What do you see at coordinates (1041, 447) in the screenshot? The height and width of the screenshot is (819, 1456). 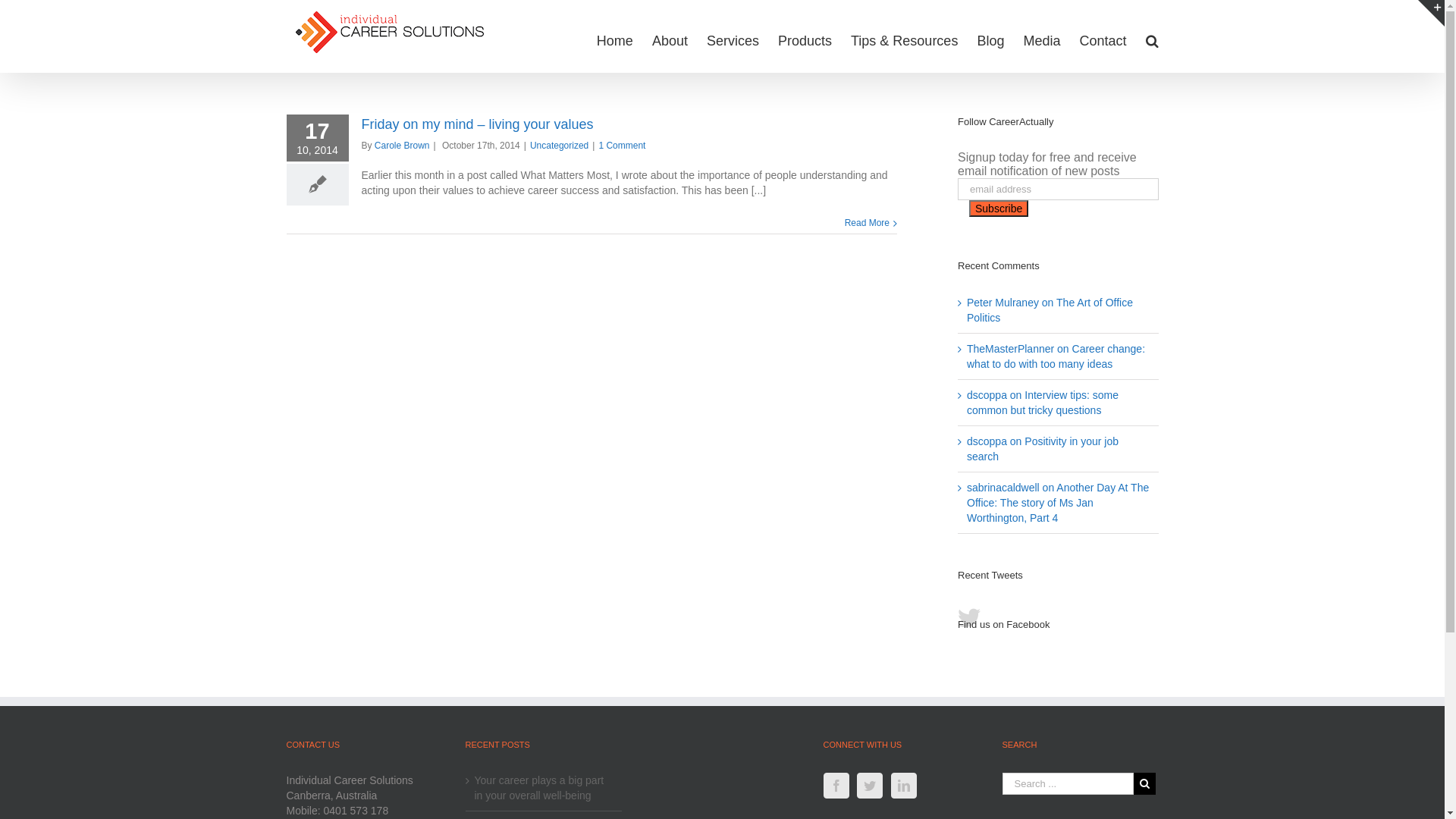 I see `'Positivity in your job search'` at bounding box center [1041, 447].